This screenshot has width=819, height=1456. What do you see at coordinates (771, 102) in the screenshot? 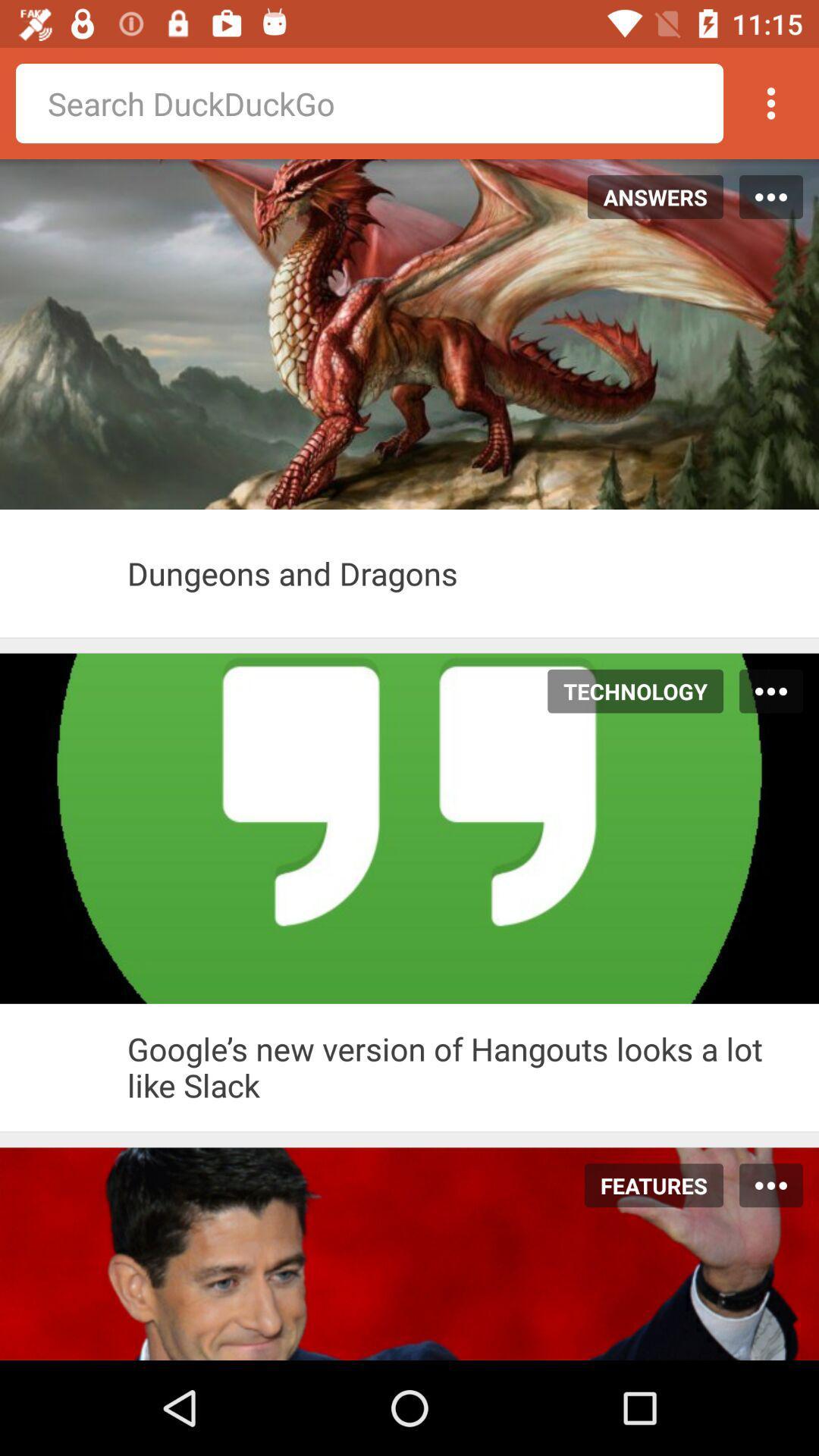
I see `other options` at bounding box center [771, 102].